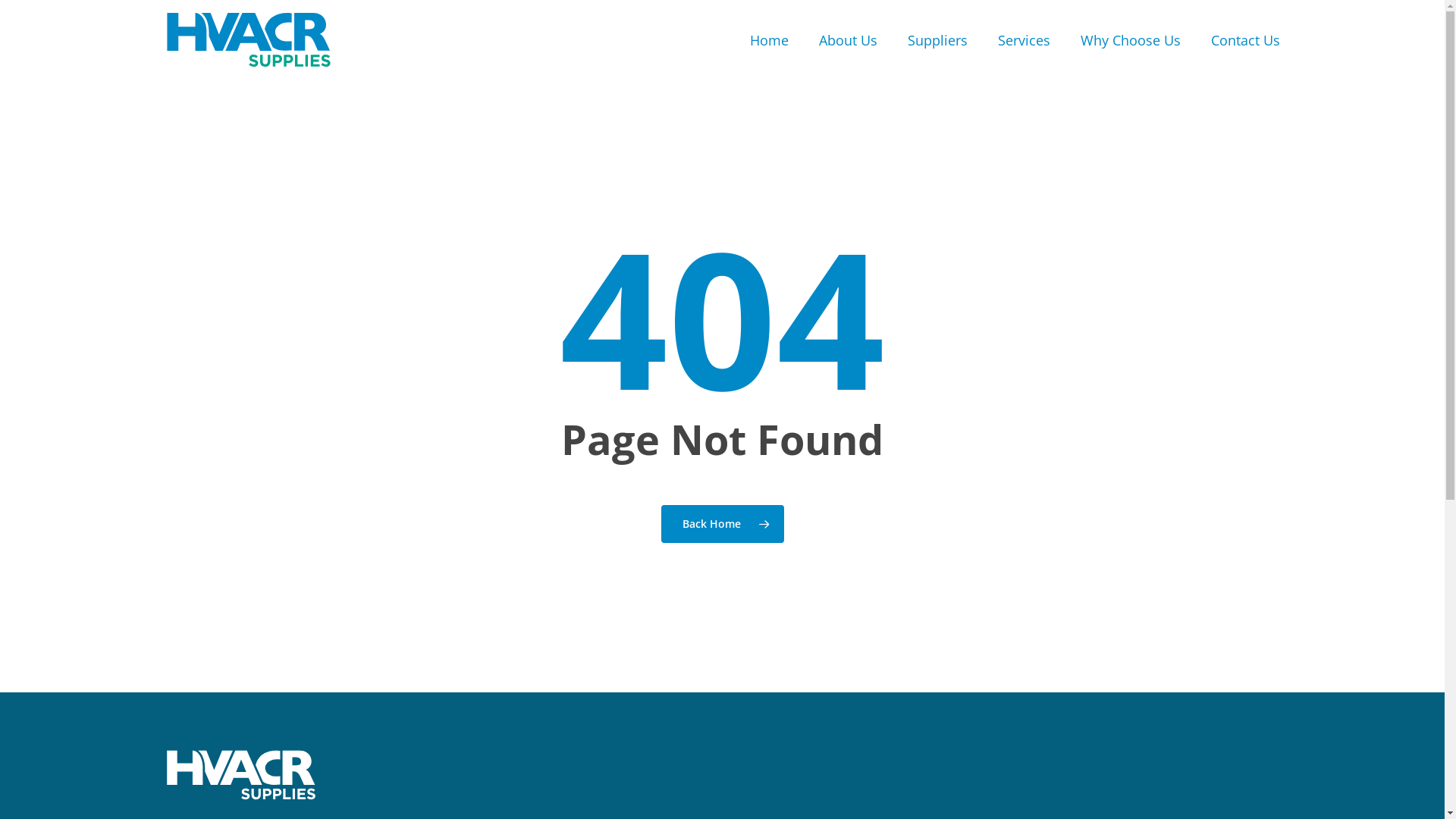 The width and height of the screenshot is (1456, 819). Describe the element at coordinates (1024, 39) in the screenshot. I see `'Services'` at that location.